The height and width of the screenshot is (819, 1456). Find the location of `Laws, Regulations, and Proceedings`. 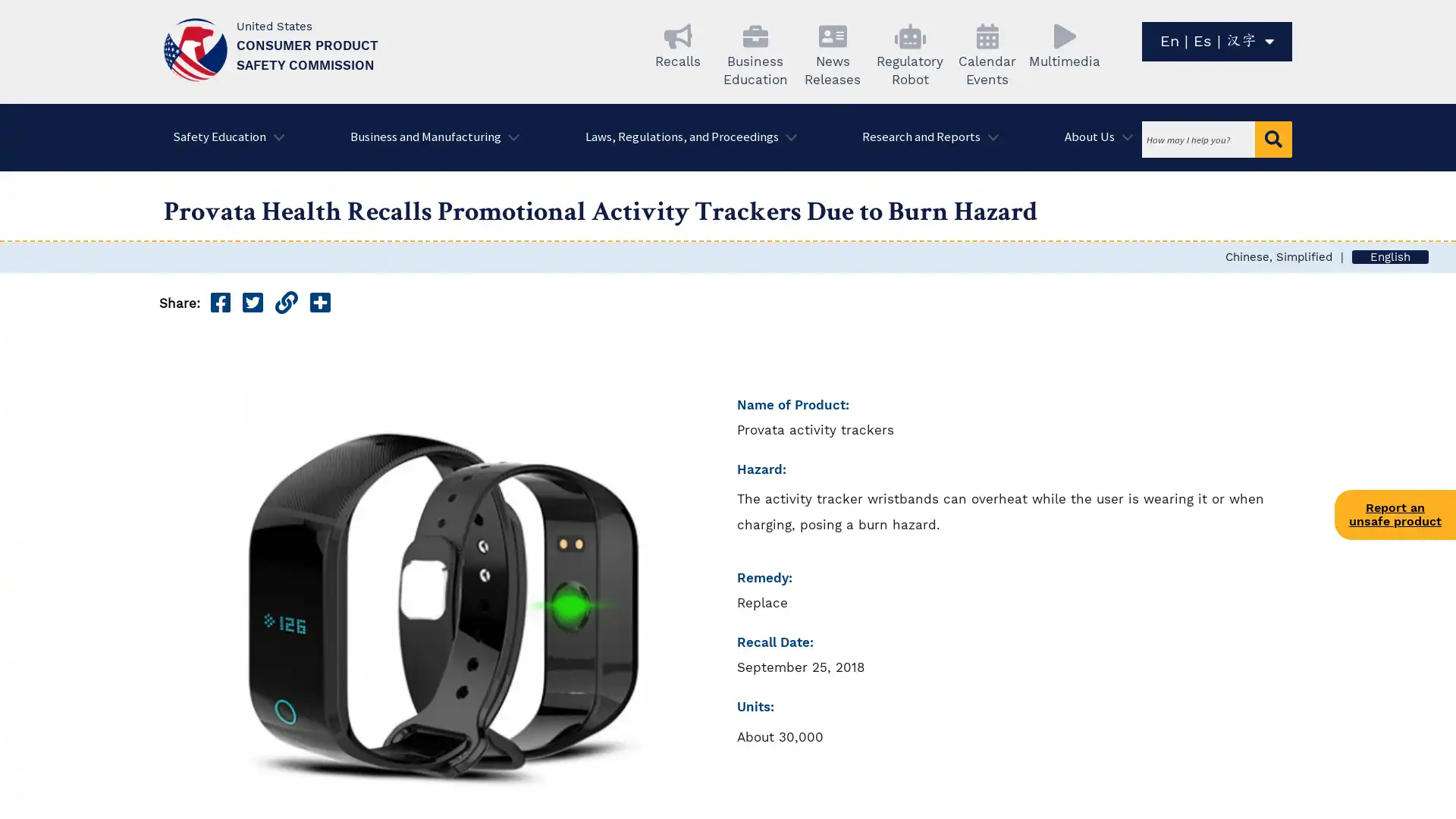

Laws, Regulations, and Proceedings is located at coordinates (685, 137).